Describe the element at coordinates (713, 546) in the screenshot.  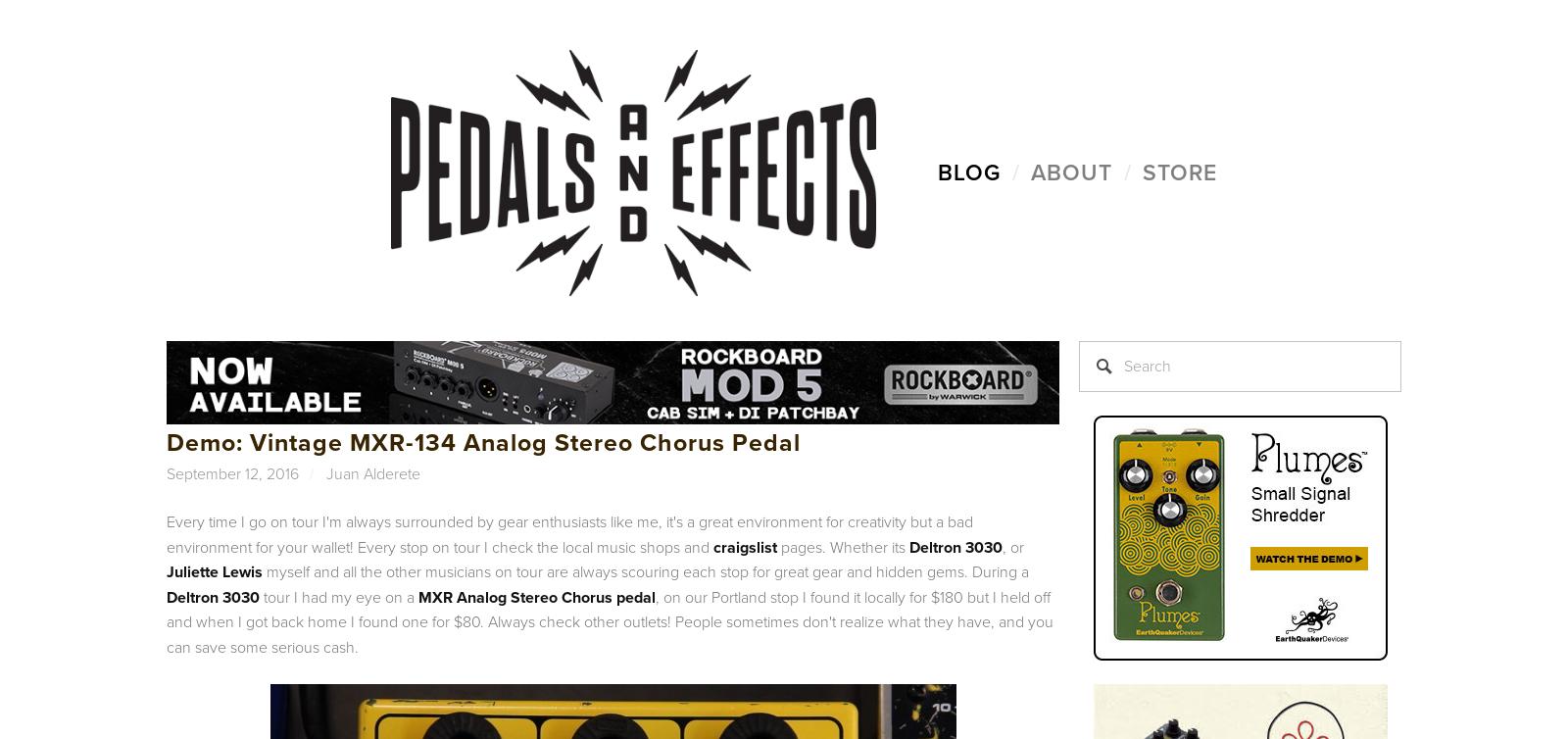
I see `'craigslist'` at that location.